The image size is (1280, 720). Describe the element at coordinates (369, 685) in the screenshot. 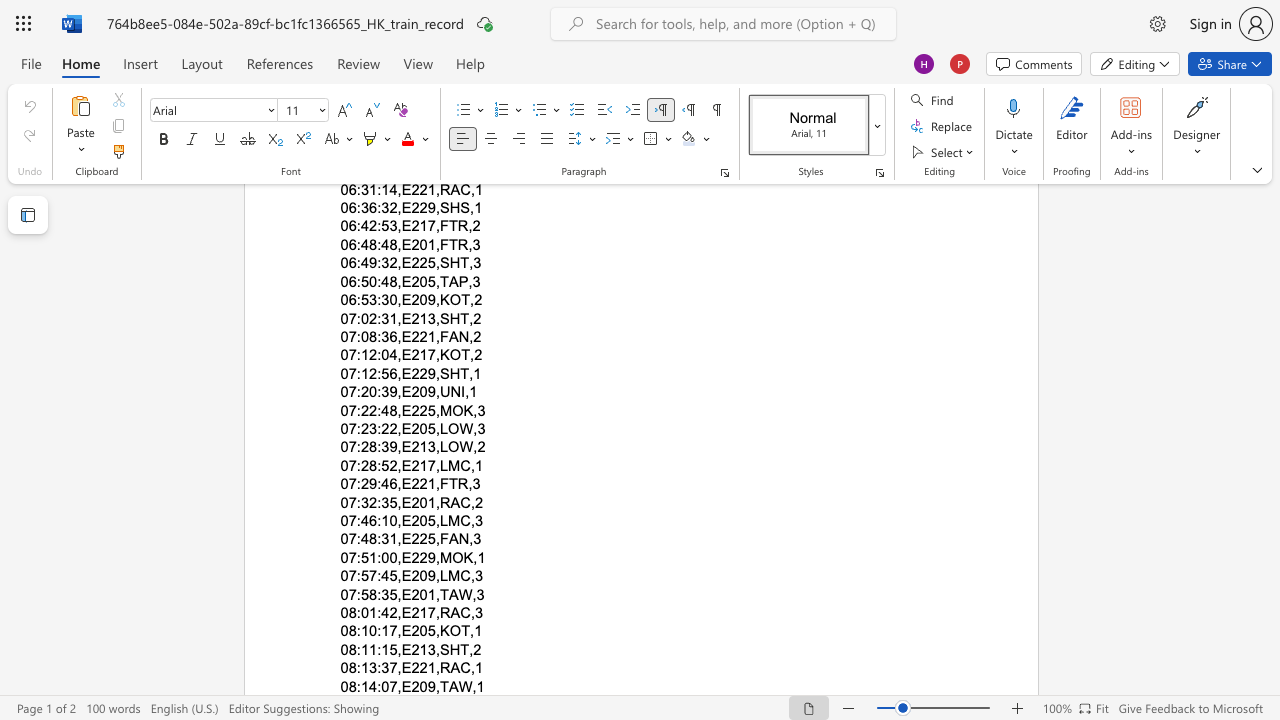

I see `the subset text "4:07,E209," within the text "08:14:07,E209,TAW,1"` at that location.